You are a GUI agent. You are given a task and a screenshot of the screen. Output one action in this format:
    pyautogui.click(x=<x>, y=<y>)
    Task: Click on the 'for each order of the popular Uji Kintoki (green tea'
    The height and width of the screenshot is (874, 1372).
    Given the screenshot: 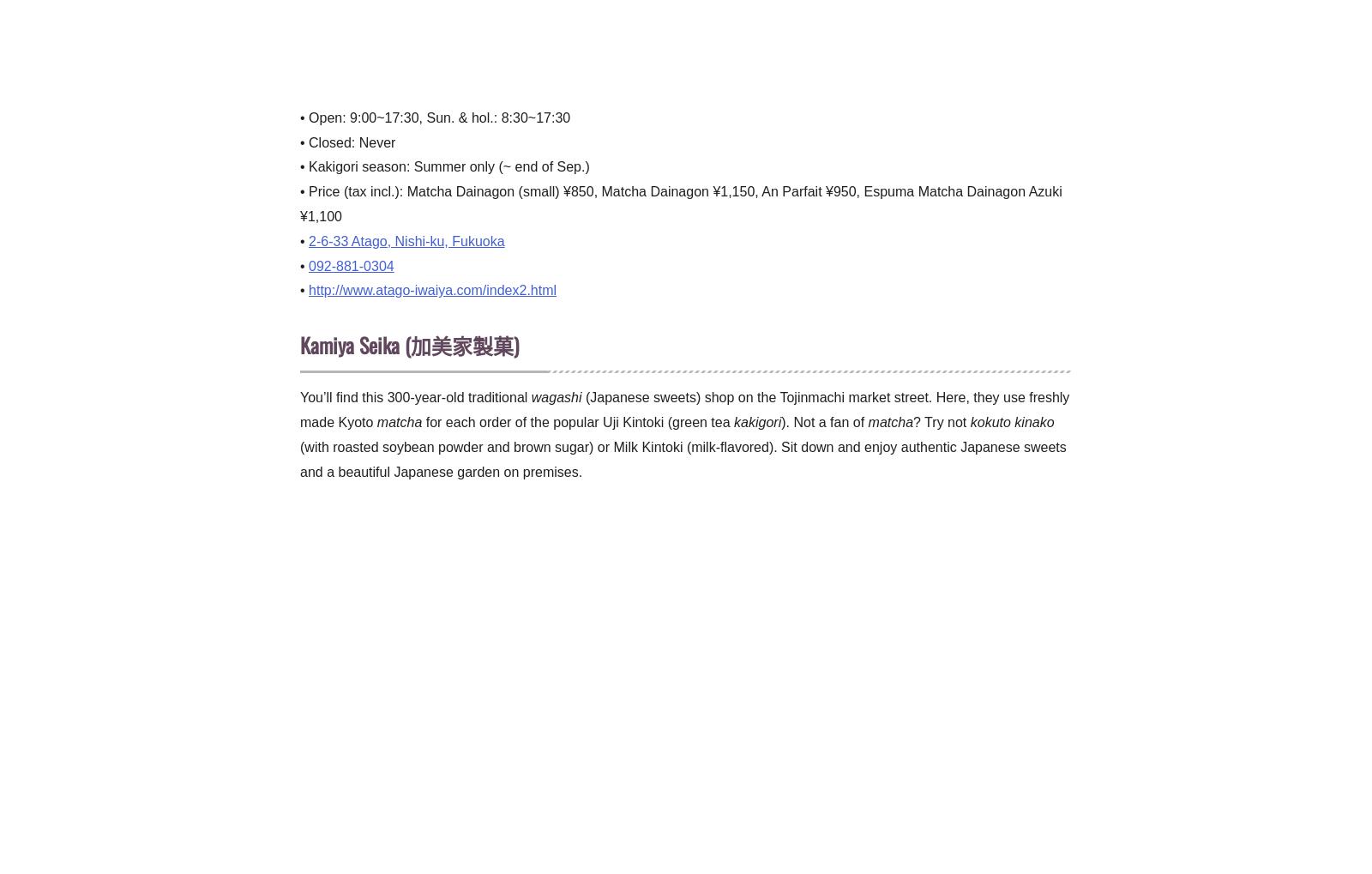 What is the action you would take?
    pyautogui.click(x=421, y=420)
    